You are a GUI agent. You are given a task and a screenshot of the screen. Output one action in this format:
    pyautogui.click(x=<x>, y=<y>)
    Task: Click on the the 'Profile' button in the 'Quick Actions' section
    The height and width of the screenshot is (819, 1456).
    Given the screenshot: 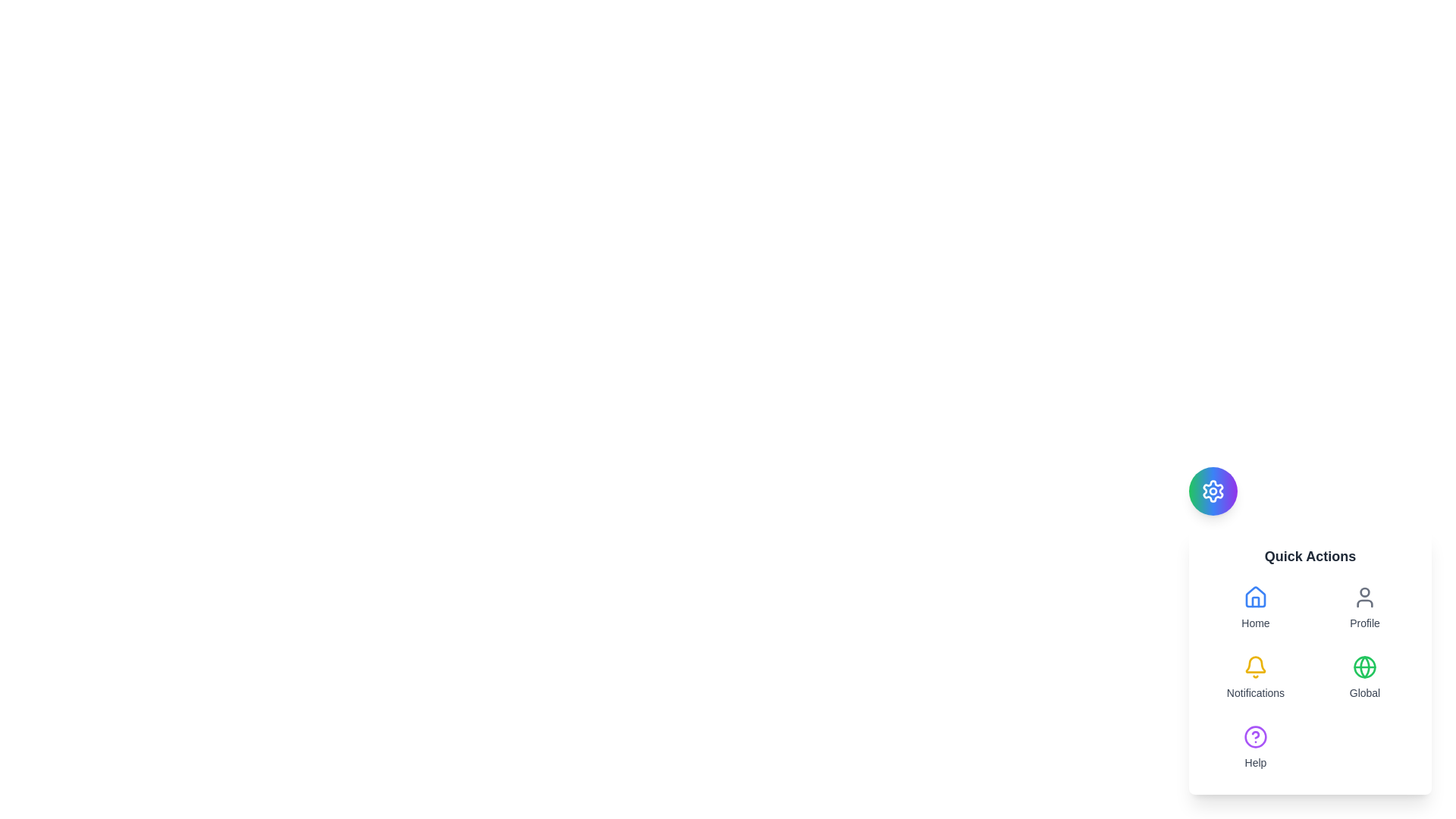 What is the action you would take?
    pyautogui.click(x=1365, y=607)
    